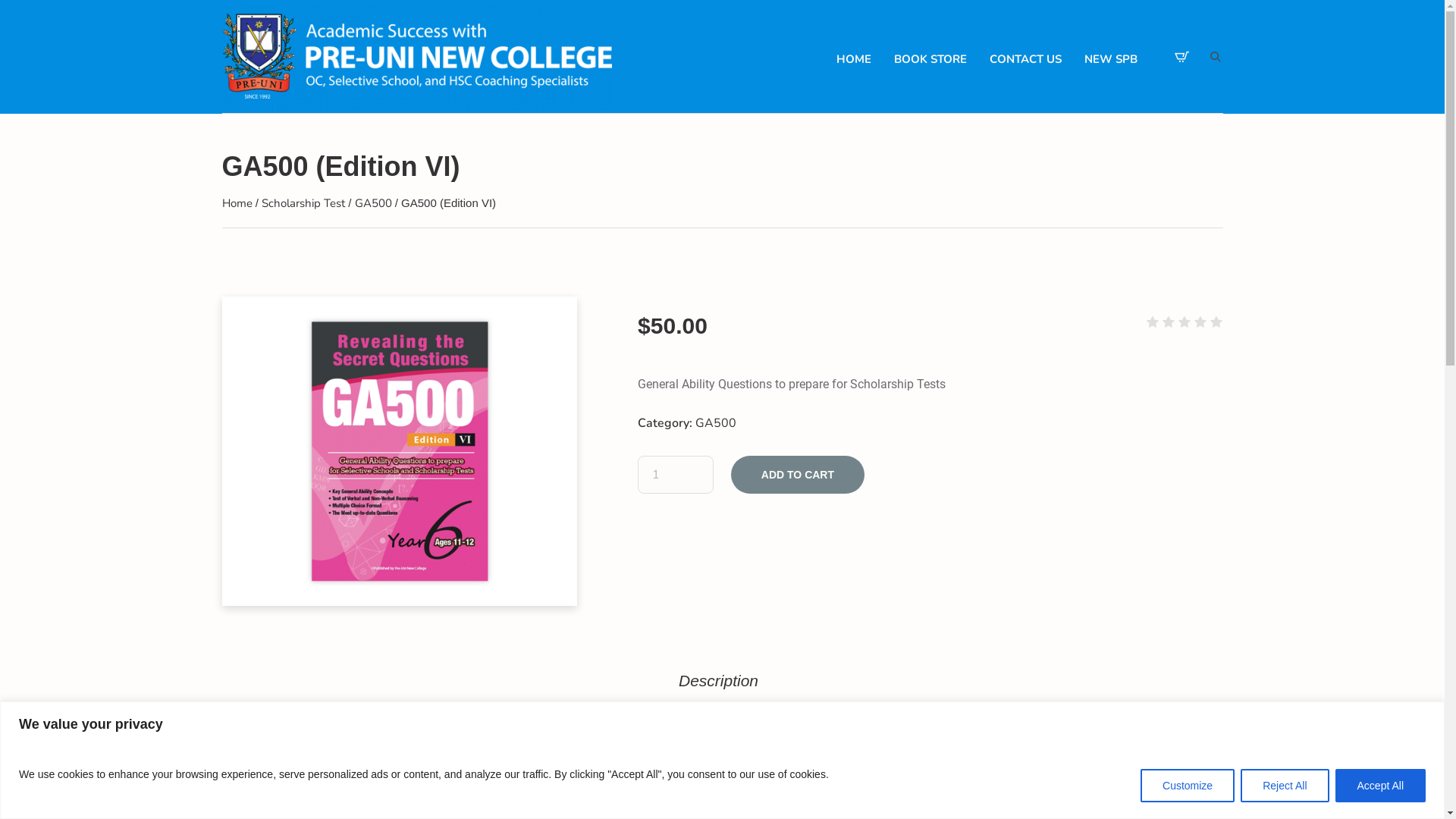 This screenshot has height=819, width=1456. I want to click on 'ADD TO CART', so click(796, 473).